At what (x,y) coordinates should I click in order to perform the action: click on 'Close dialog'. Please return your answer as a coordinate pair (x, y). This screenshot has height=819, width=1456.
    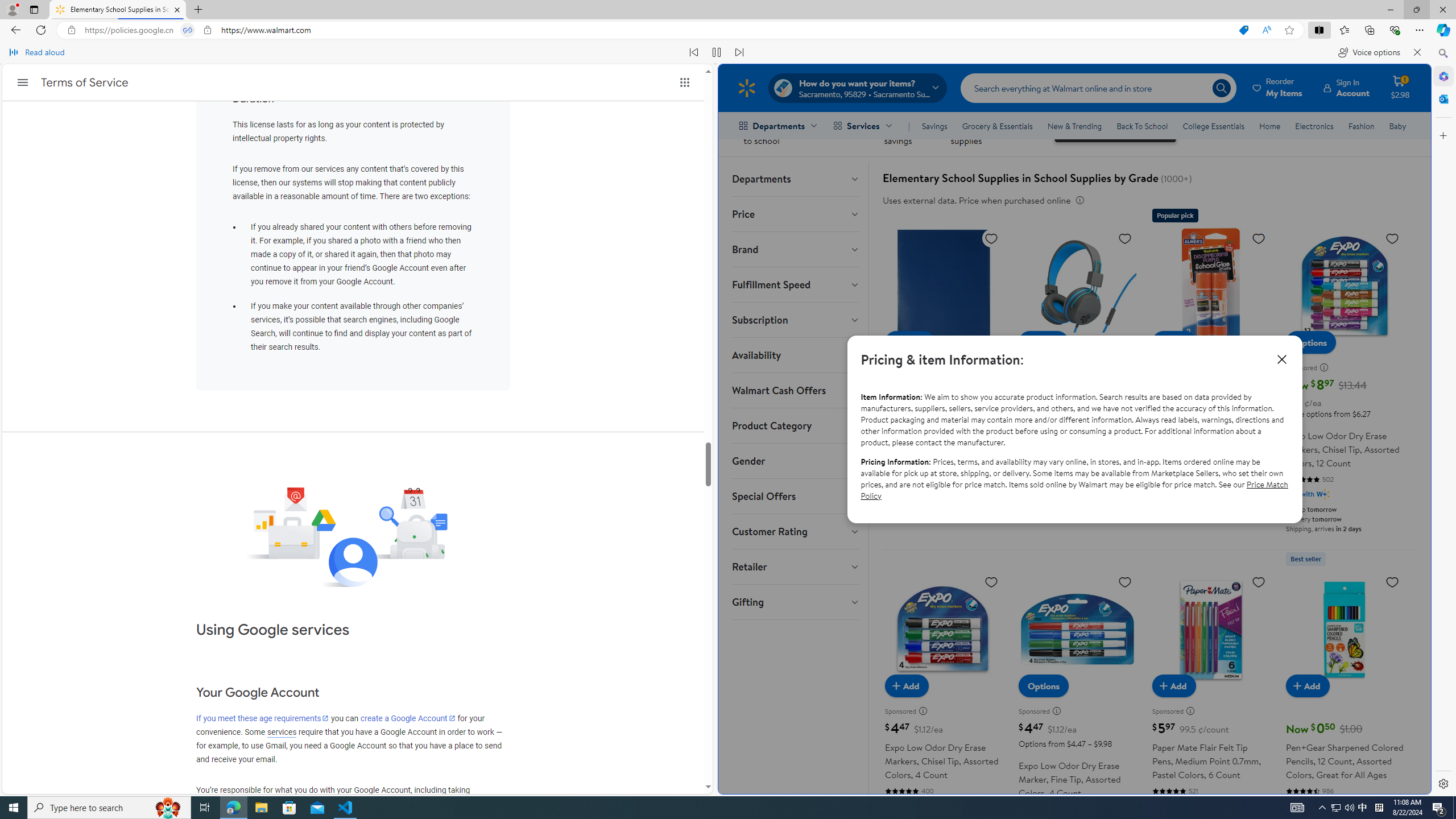
    Looking at the image, I should click on (1280, 359).